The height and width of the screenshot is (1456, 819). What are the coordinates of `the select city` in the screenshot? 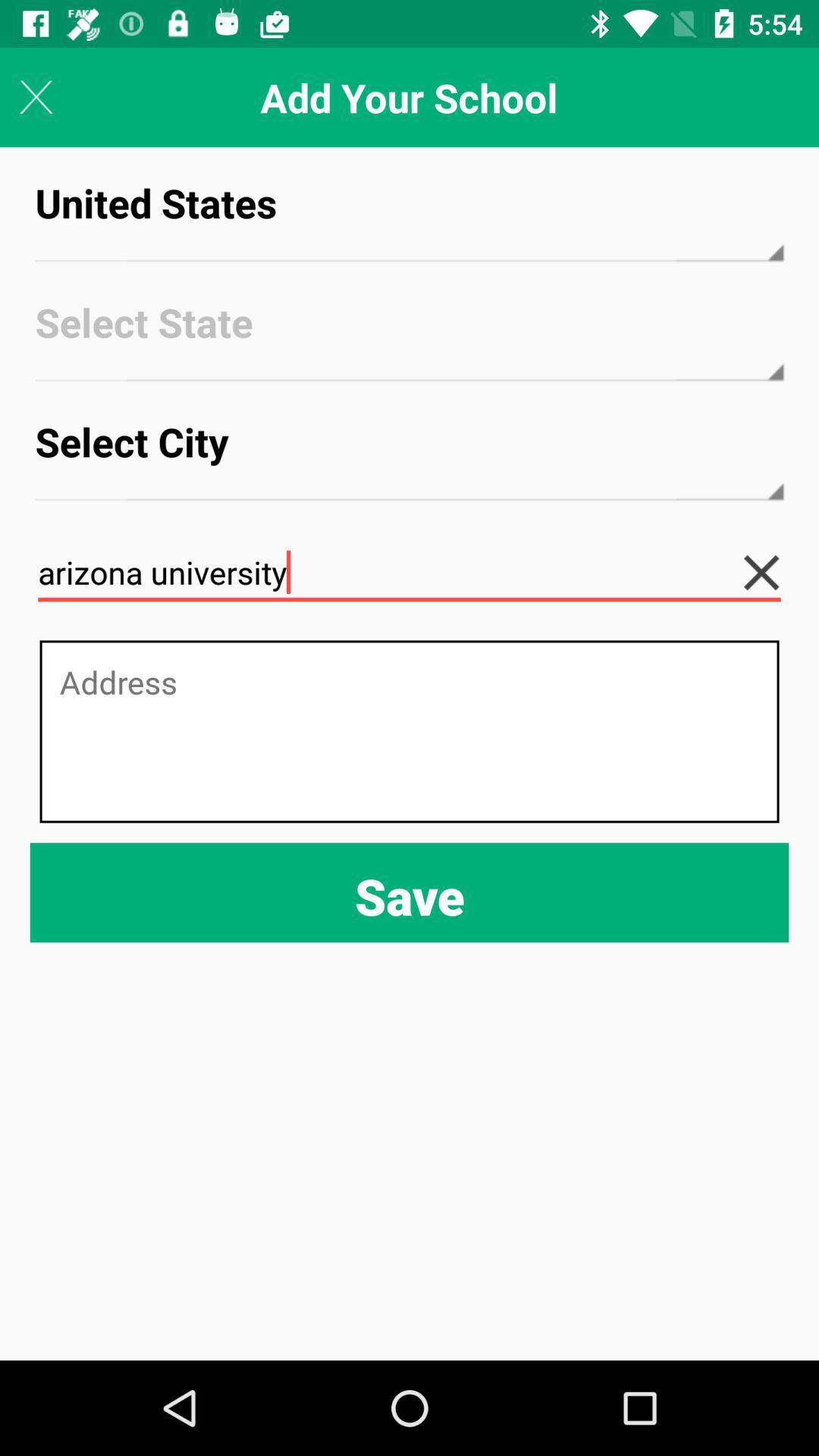 It's located at (409, 455).